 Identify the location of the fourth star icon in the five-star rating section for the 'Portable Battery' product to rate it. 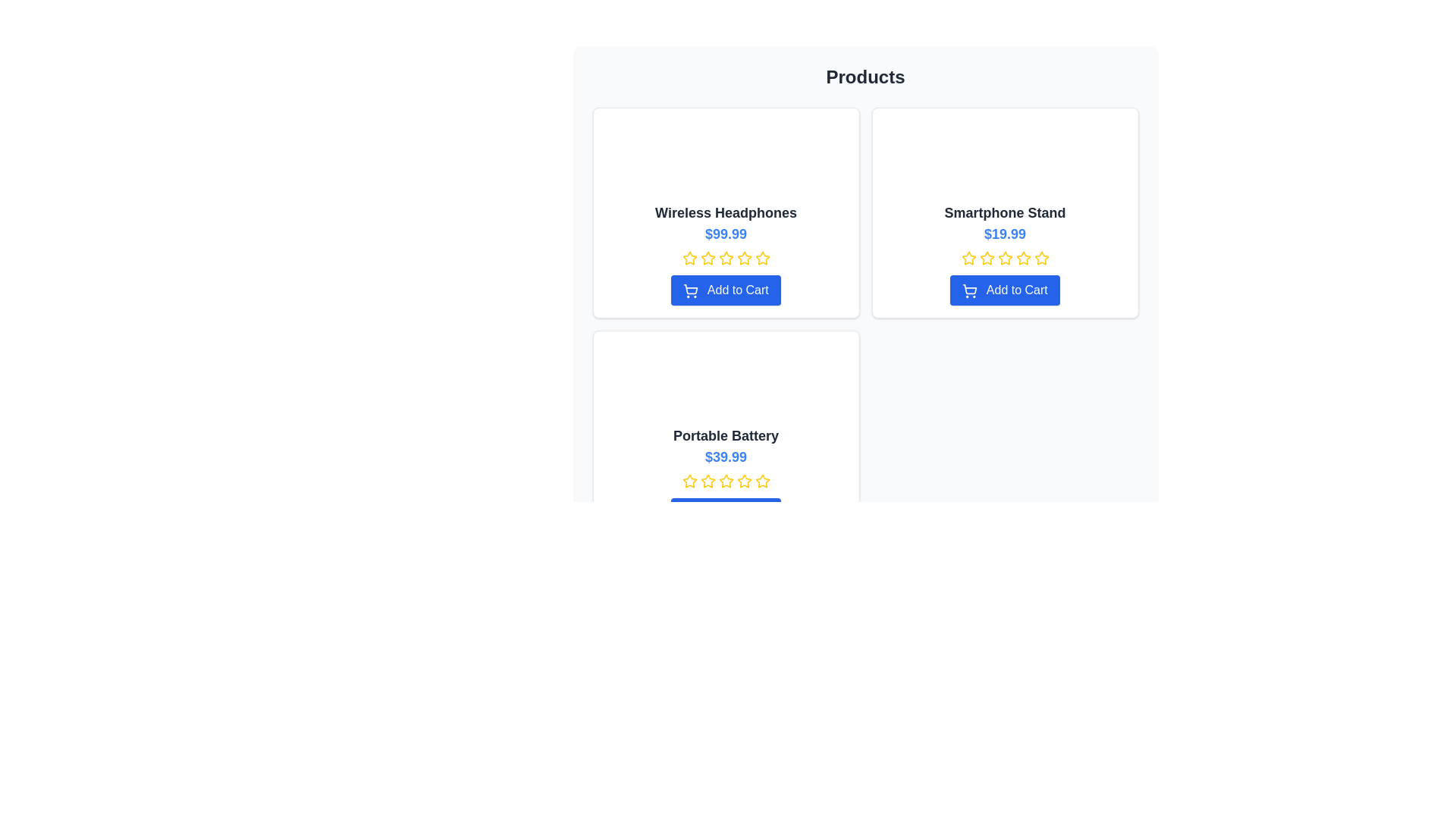
(761, 480).